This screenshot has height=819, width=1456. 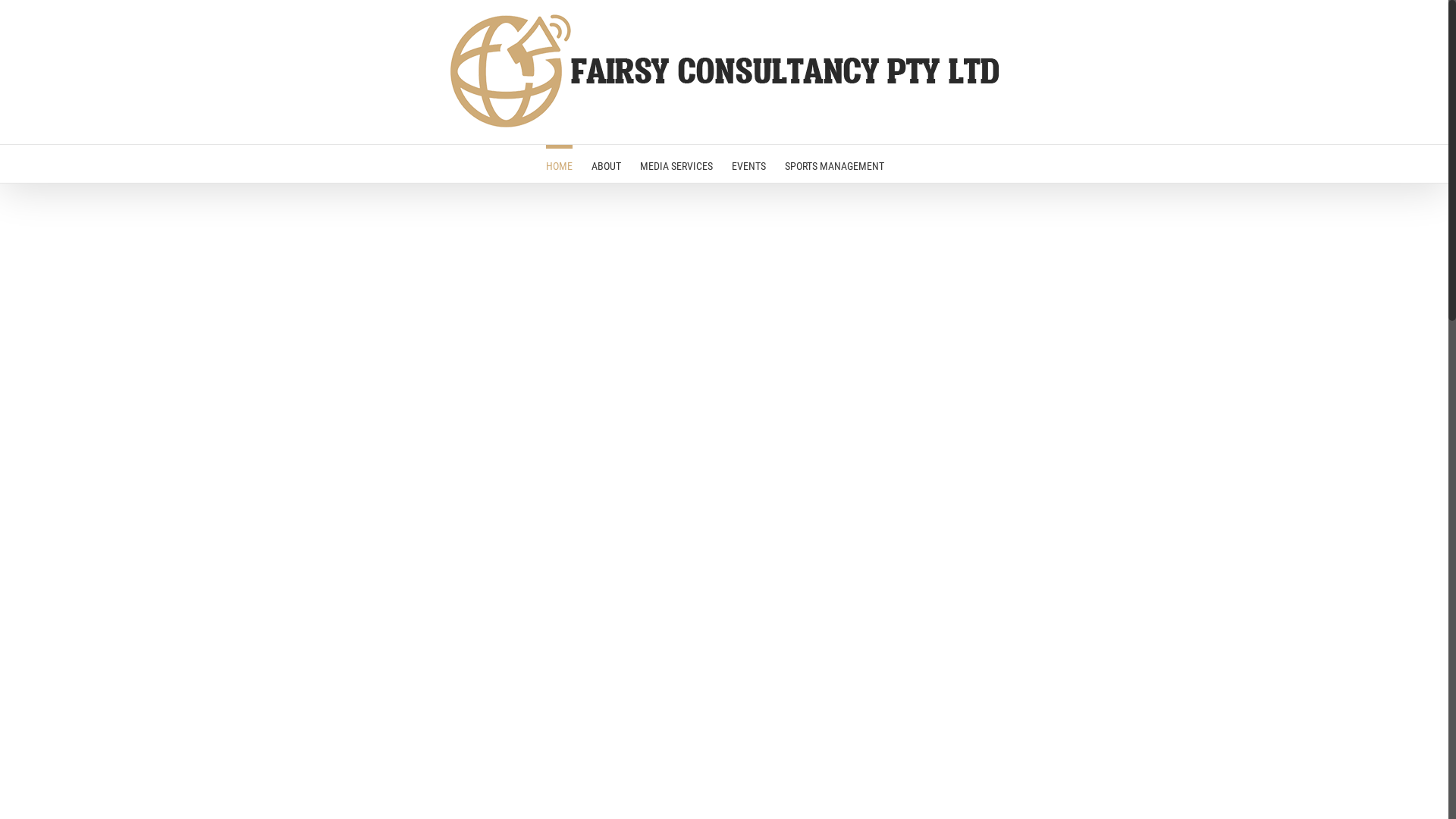 What do you see at coordinates (748, 164) in the screenshot?
I see `'EVENTS'` at bounding box center [748, 164].